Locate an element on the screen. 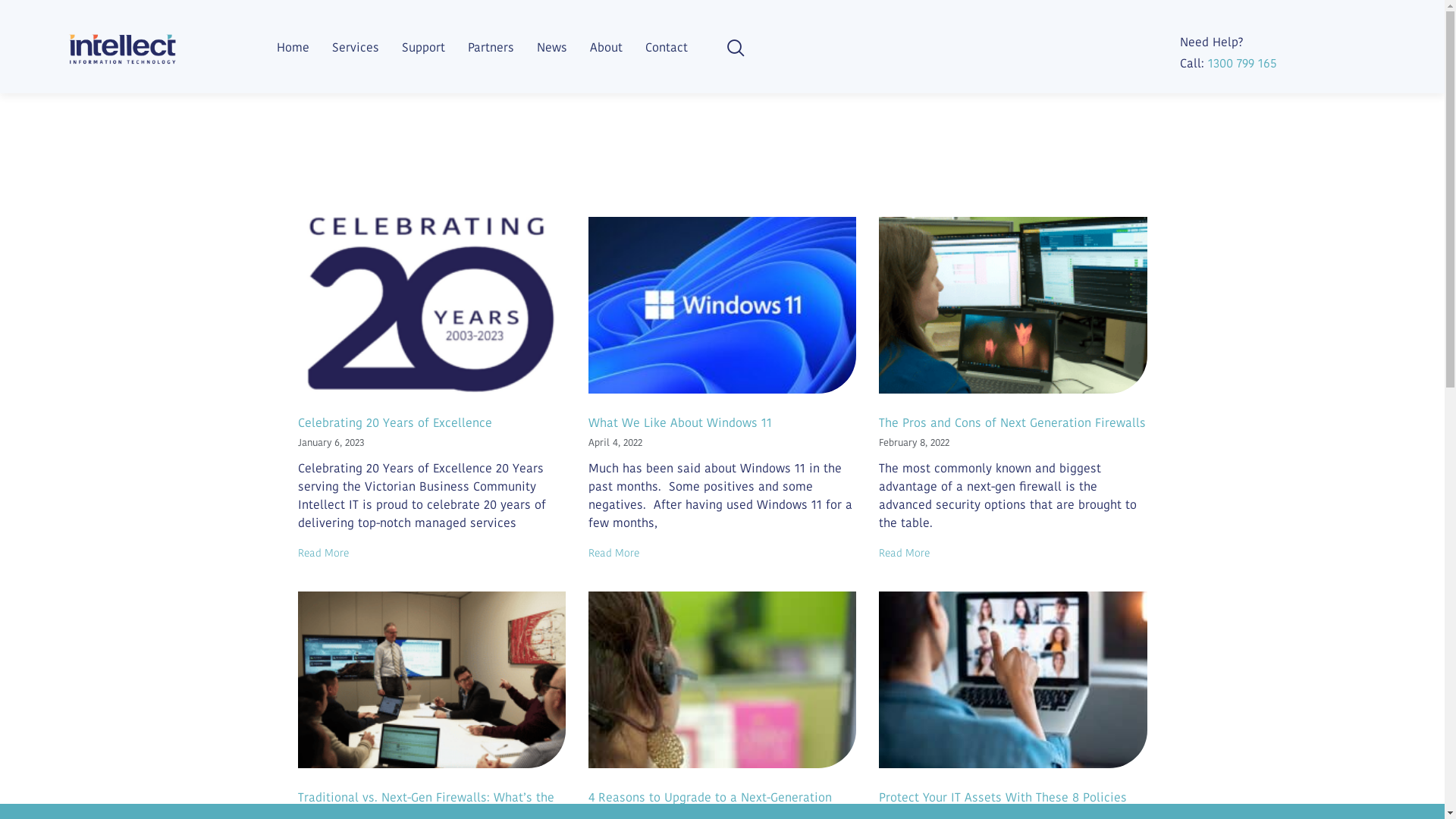 The image size is (1456, 819). '1300 799 165' is located at coordinates (1241, 62).